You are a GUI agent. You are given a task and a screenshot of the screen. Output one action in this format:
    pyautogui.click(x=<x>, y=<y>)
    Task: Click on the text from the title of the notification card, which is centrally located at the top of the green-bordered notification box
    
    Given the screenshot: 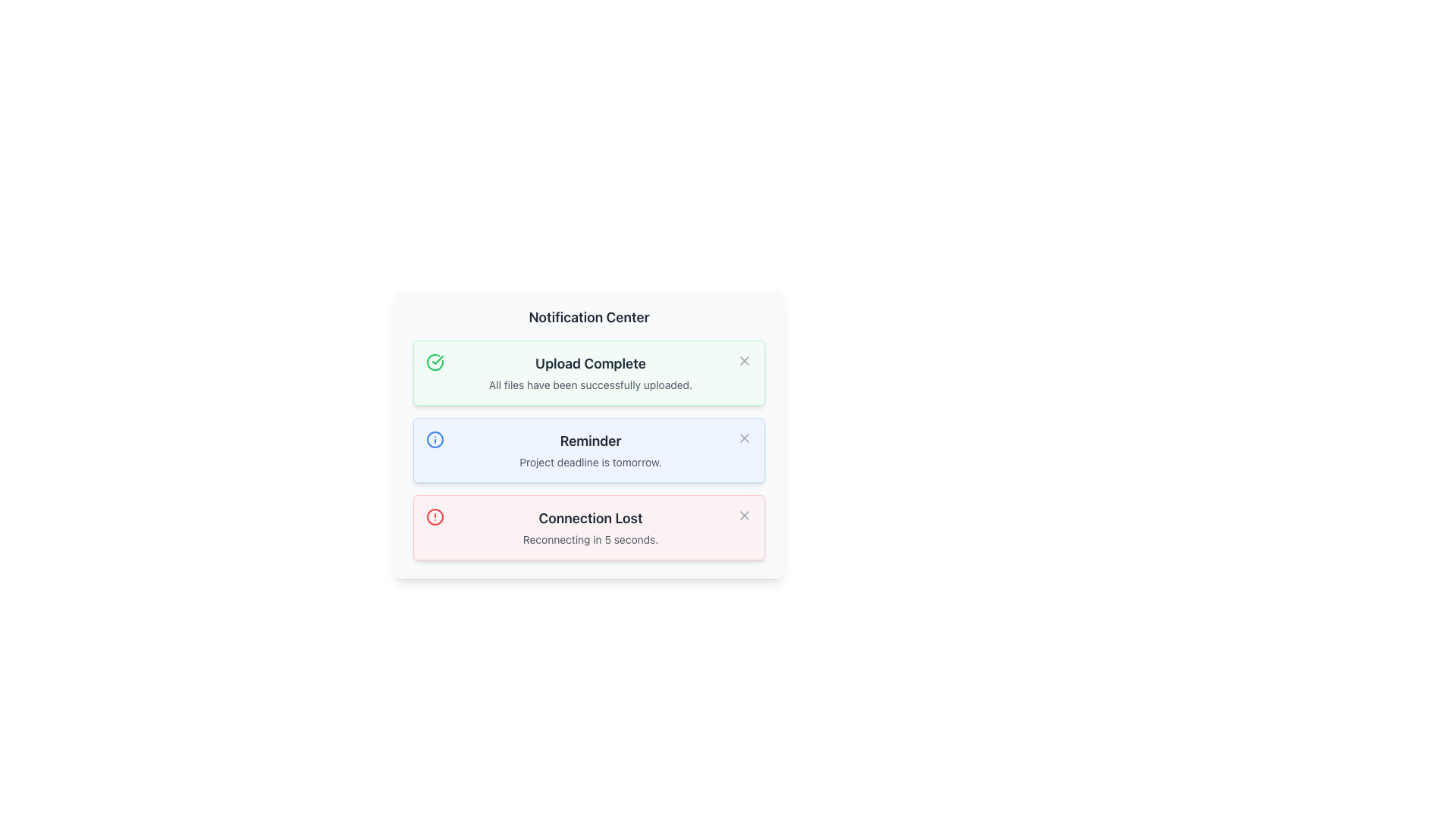 What is the action you would take?
    pyautogui.click(x=589, y=363)
    